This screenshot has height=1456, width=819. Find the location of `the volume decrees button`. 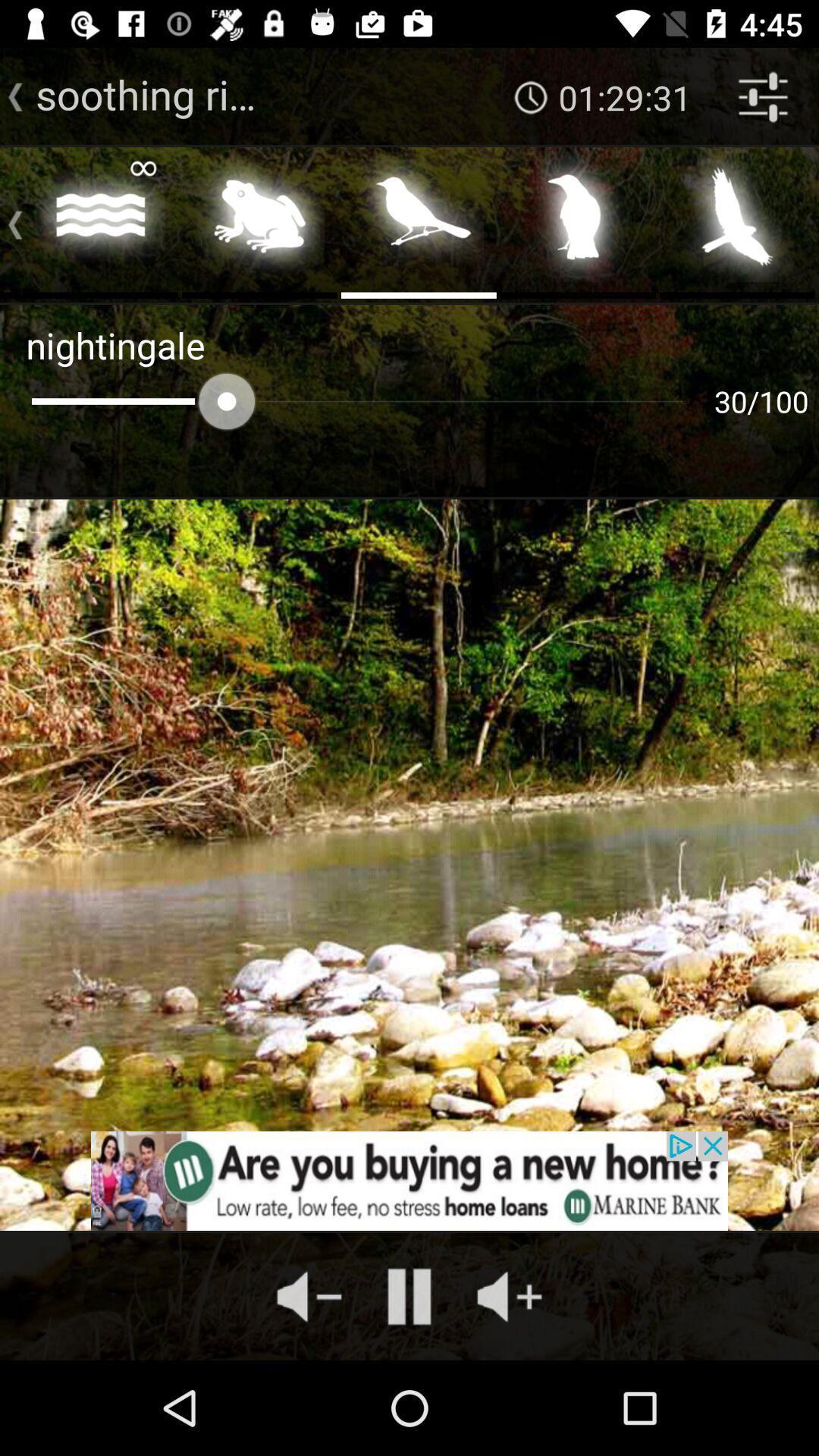

the volume decrees button is located at coordinates (309, 1296).